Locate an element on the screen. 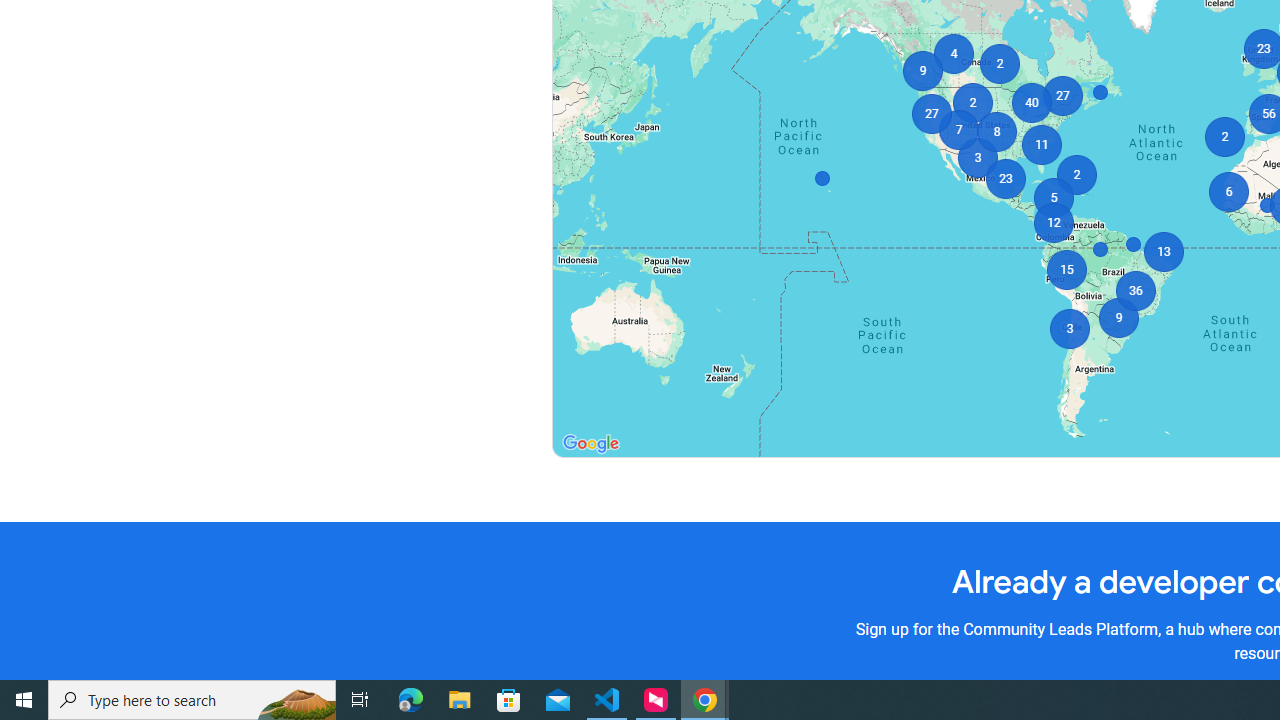  '36' is located at coordinates (1135, 290).